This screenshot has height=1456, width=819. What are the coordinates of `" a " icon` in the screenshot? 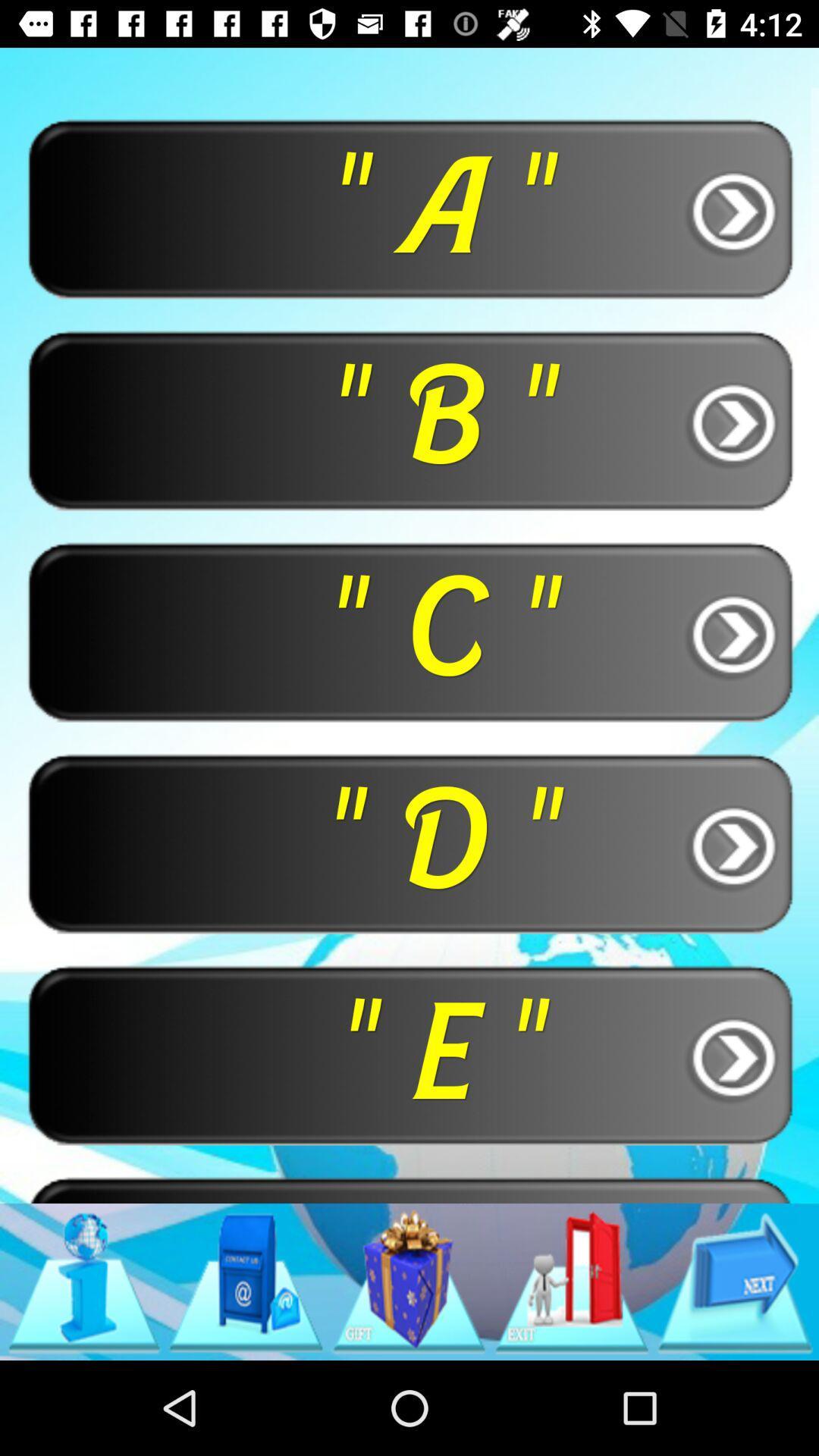 It's located at (409, 207).